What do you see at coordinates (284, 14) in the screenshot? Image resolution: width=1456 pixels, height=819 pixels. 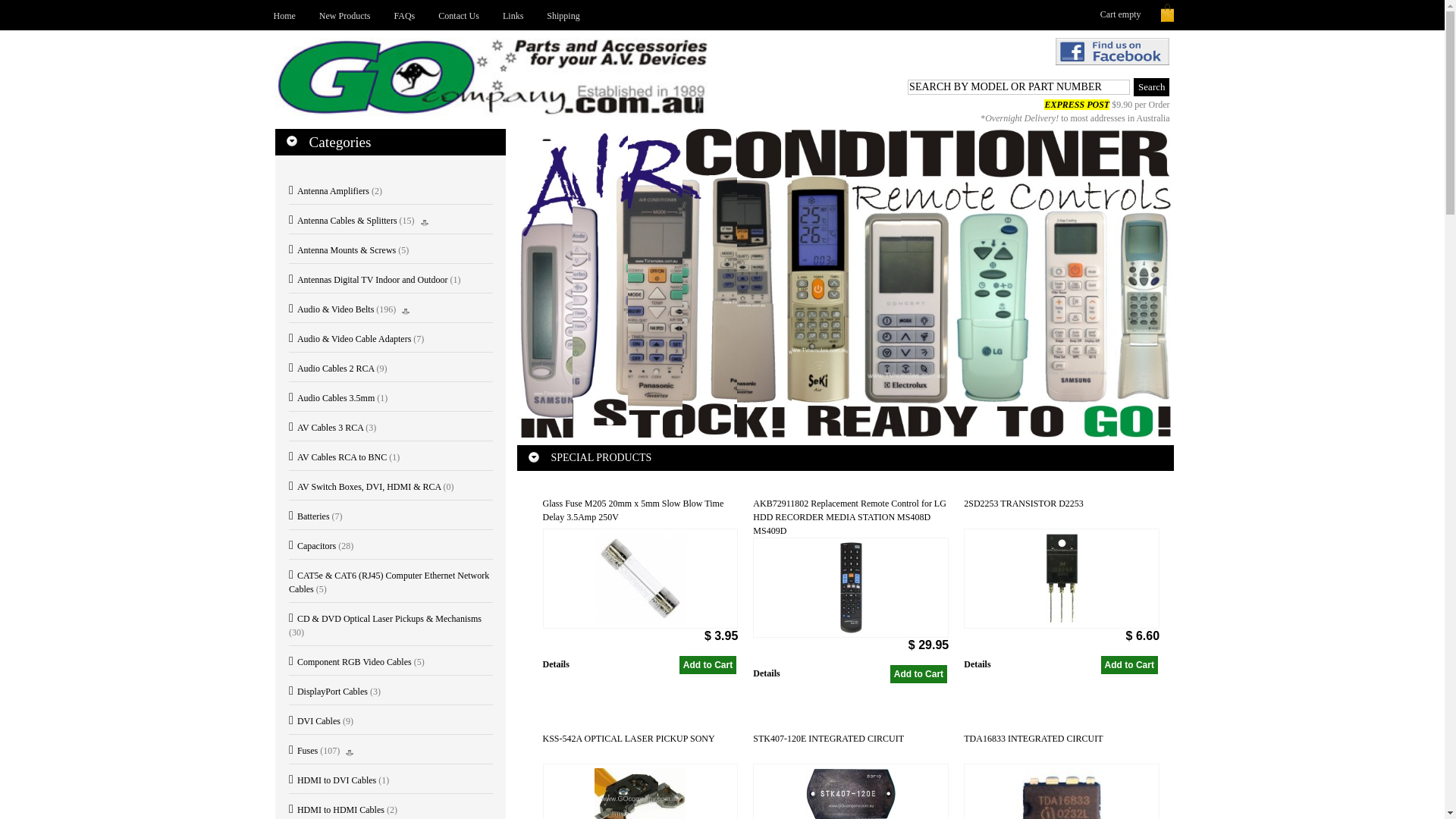 I see `'Home'` at bounding box center [284, 14].